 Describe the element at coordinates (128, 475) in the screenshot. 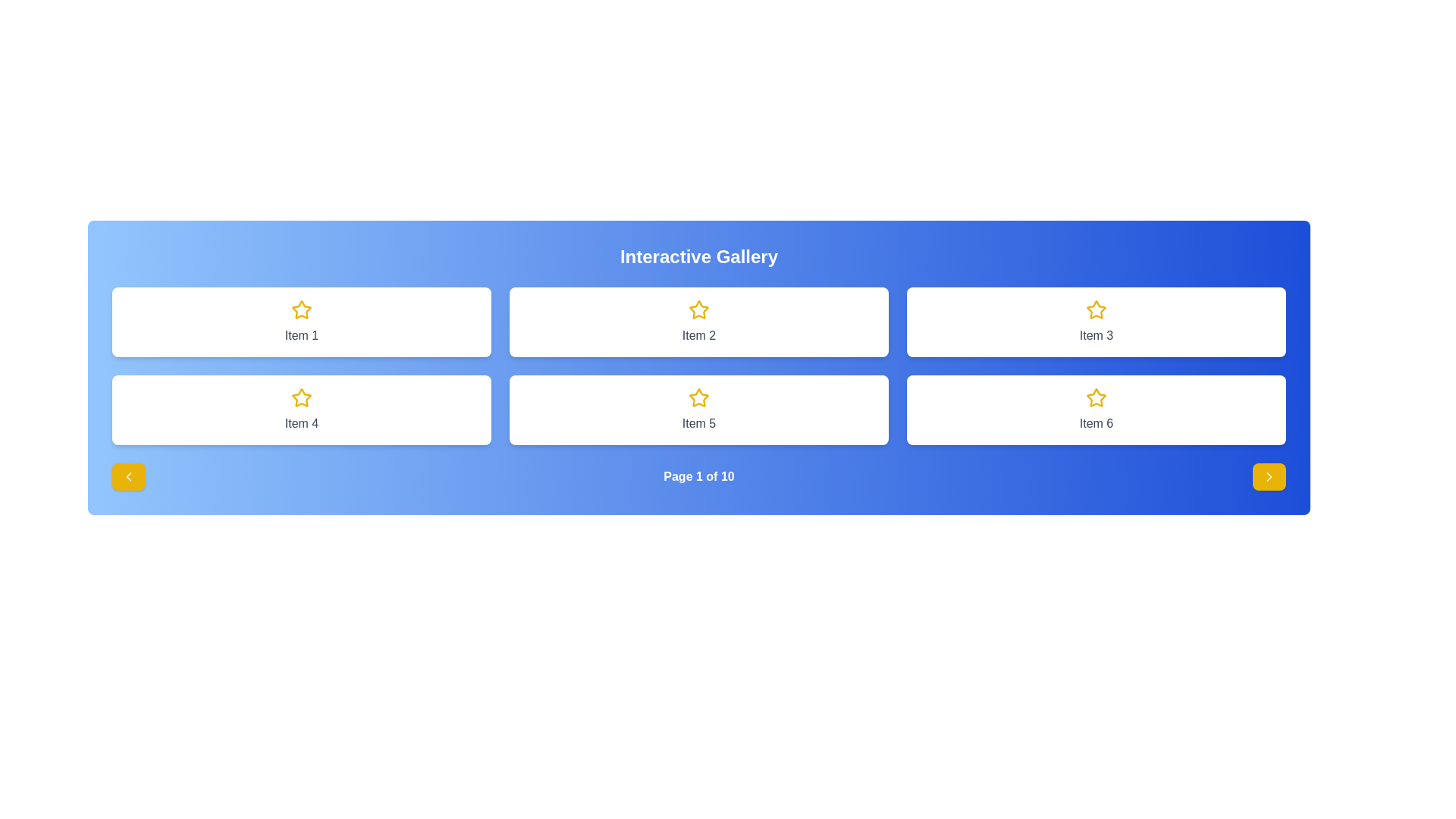

I see `the navigation control icon within the button located at the bottom-left corner of the user interface` at that location.